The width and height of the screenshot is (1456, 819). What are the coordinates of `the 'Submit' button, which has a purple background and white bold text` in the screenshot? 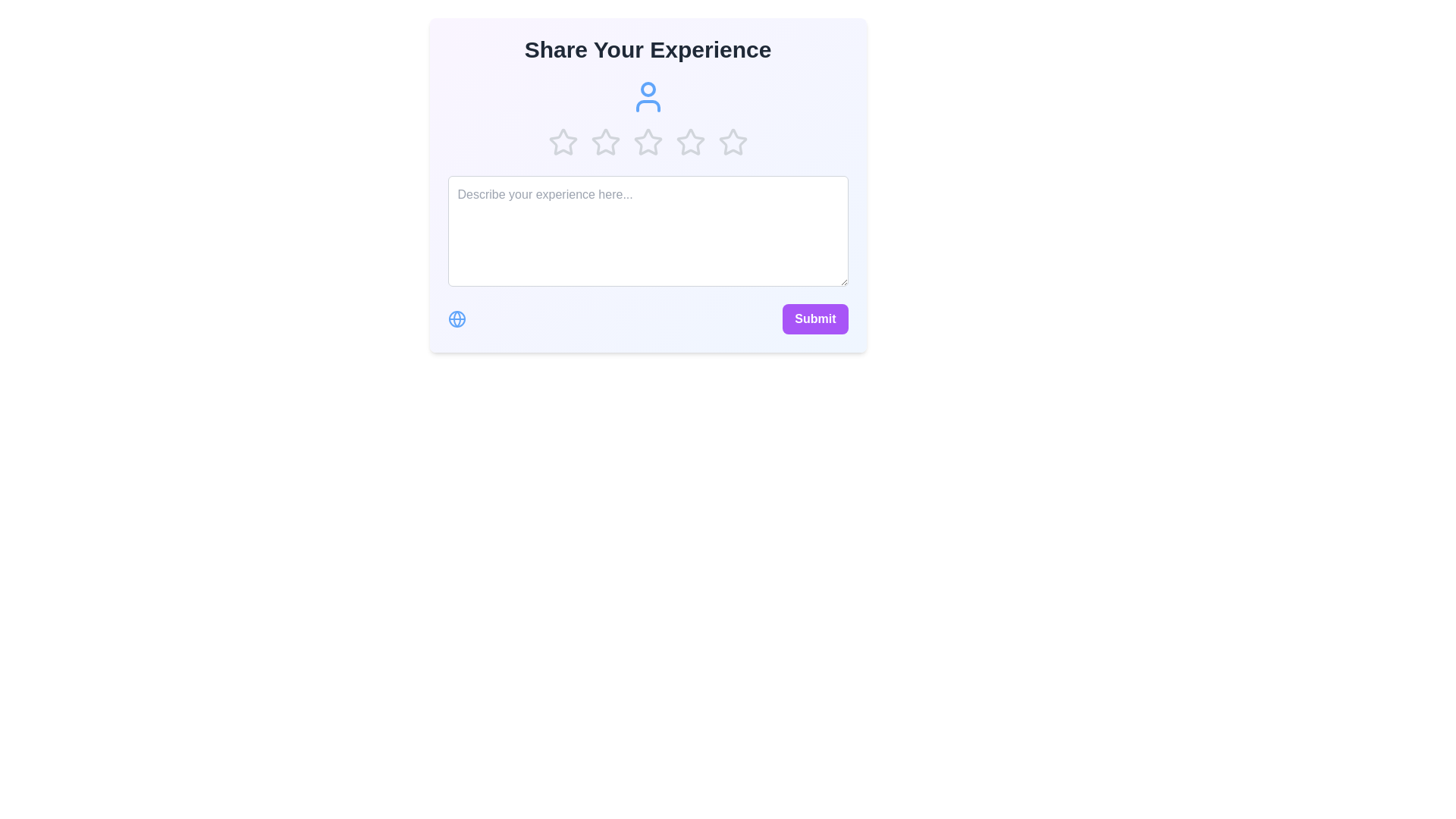 It's located at (814, 318).